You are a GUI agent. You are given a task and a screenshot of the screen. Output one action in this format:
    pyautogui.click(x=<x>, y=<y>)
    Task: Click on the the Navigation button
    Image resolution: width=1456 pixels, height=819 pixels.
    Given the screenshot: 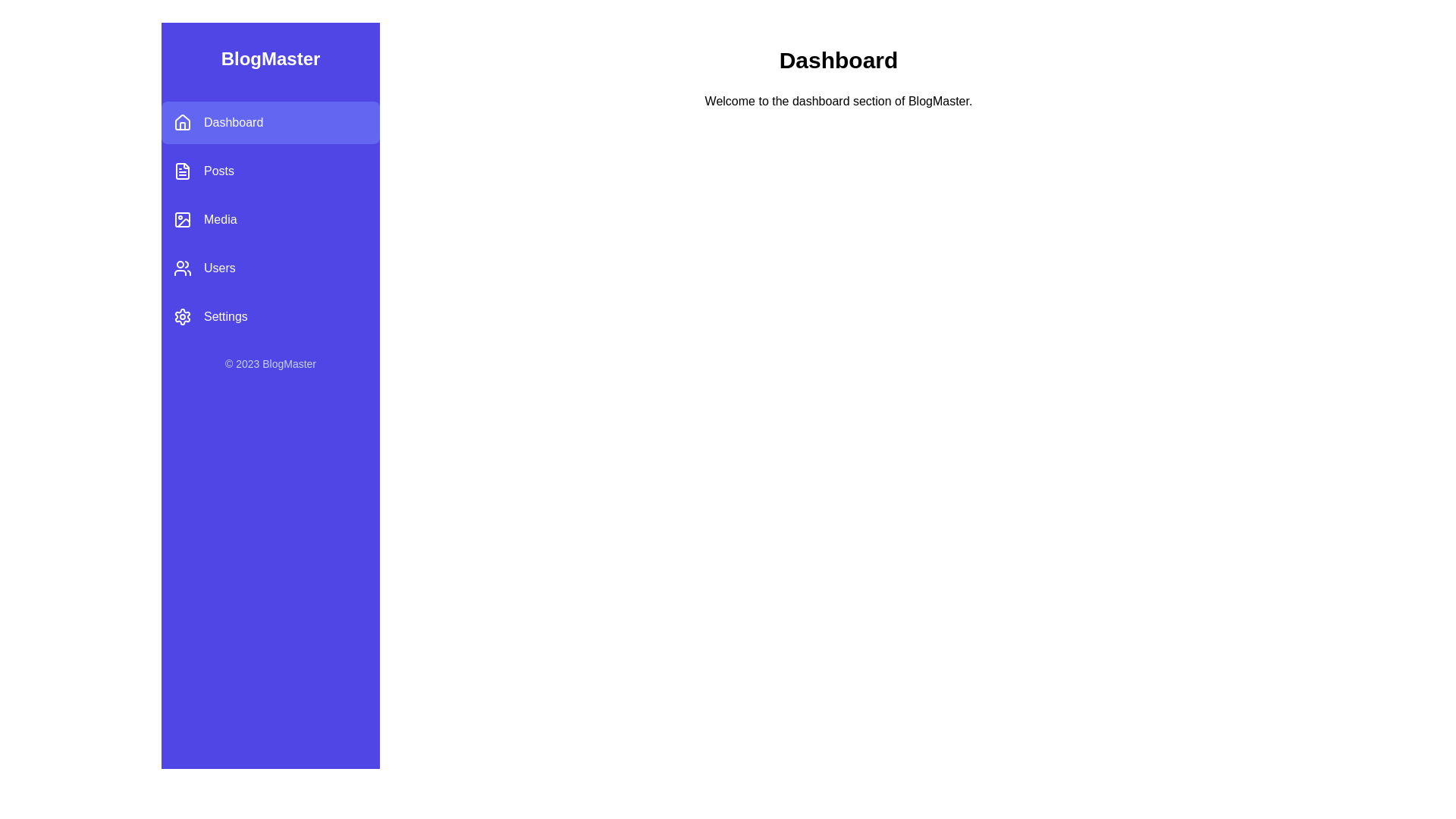 What is the action you would take?
    pyautogui.click(x=270, y=171)
    